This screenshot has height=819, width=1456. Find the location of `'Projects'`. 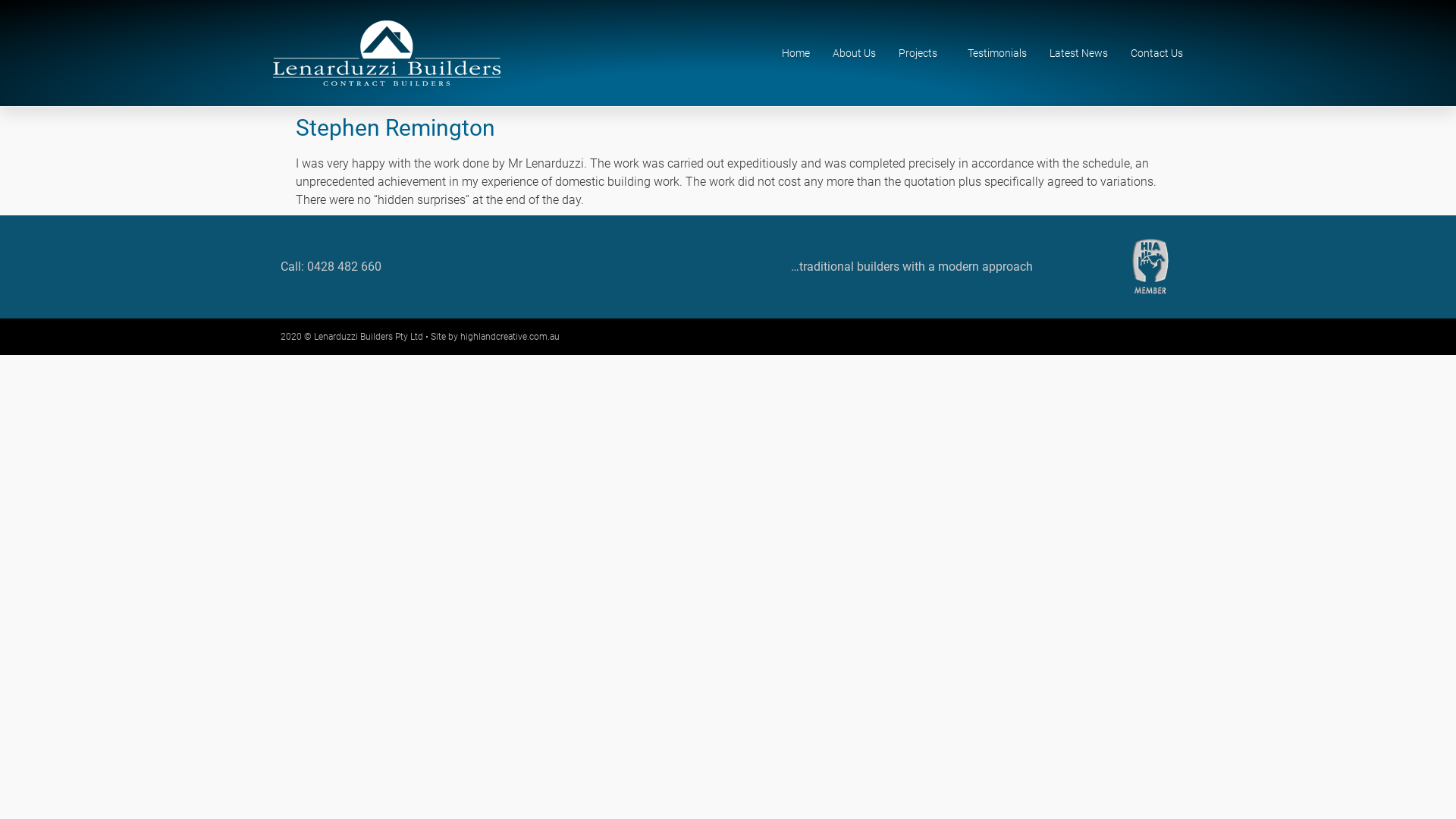

'Projects' is located at coordinates (921, 52).